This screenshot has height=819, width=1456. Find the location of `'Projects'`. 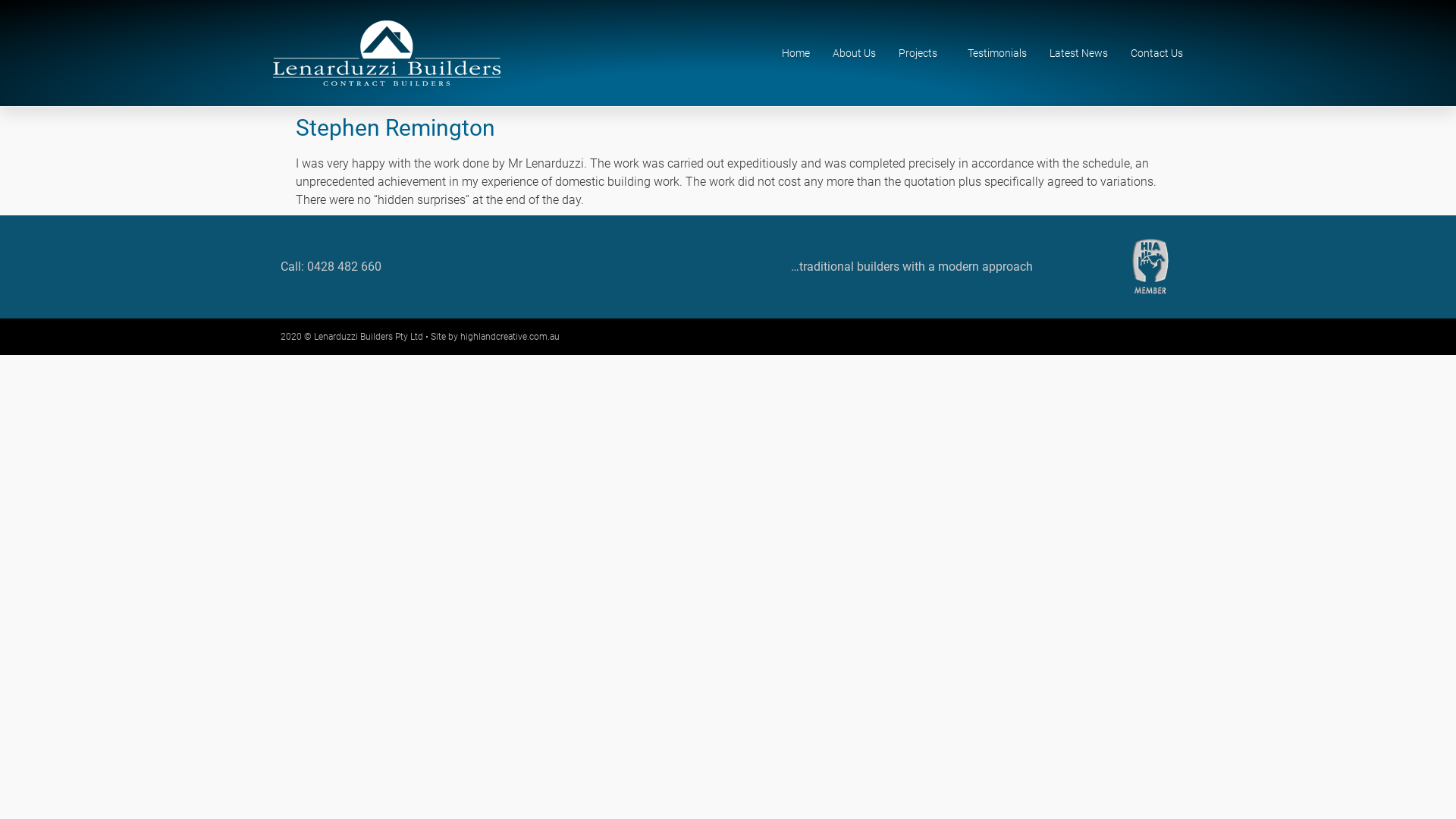

'Projects' is located at coordinates (921, 52).